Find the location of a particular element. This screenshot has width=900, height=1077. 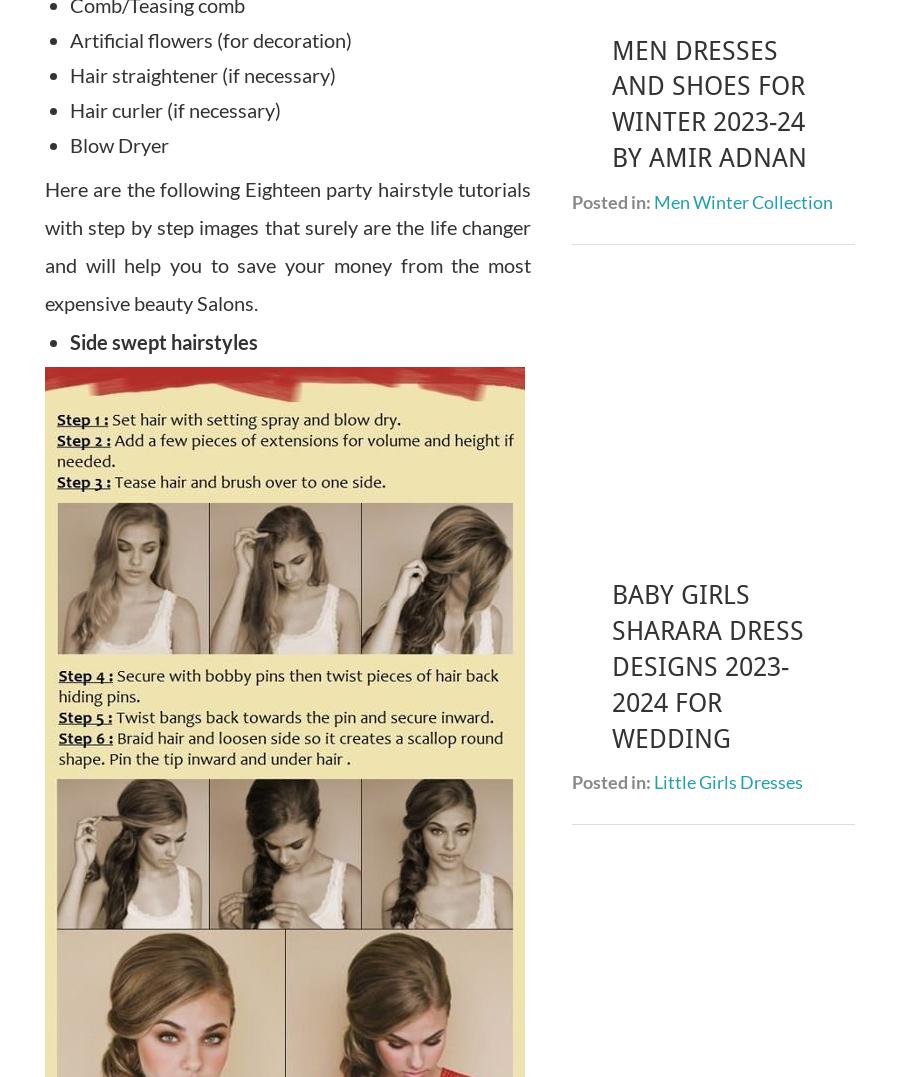

'Best Hijab Styles In Pakistani And Arabic Style For 2023-24' is located at coordinates (701, 659).